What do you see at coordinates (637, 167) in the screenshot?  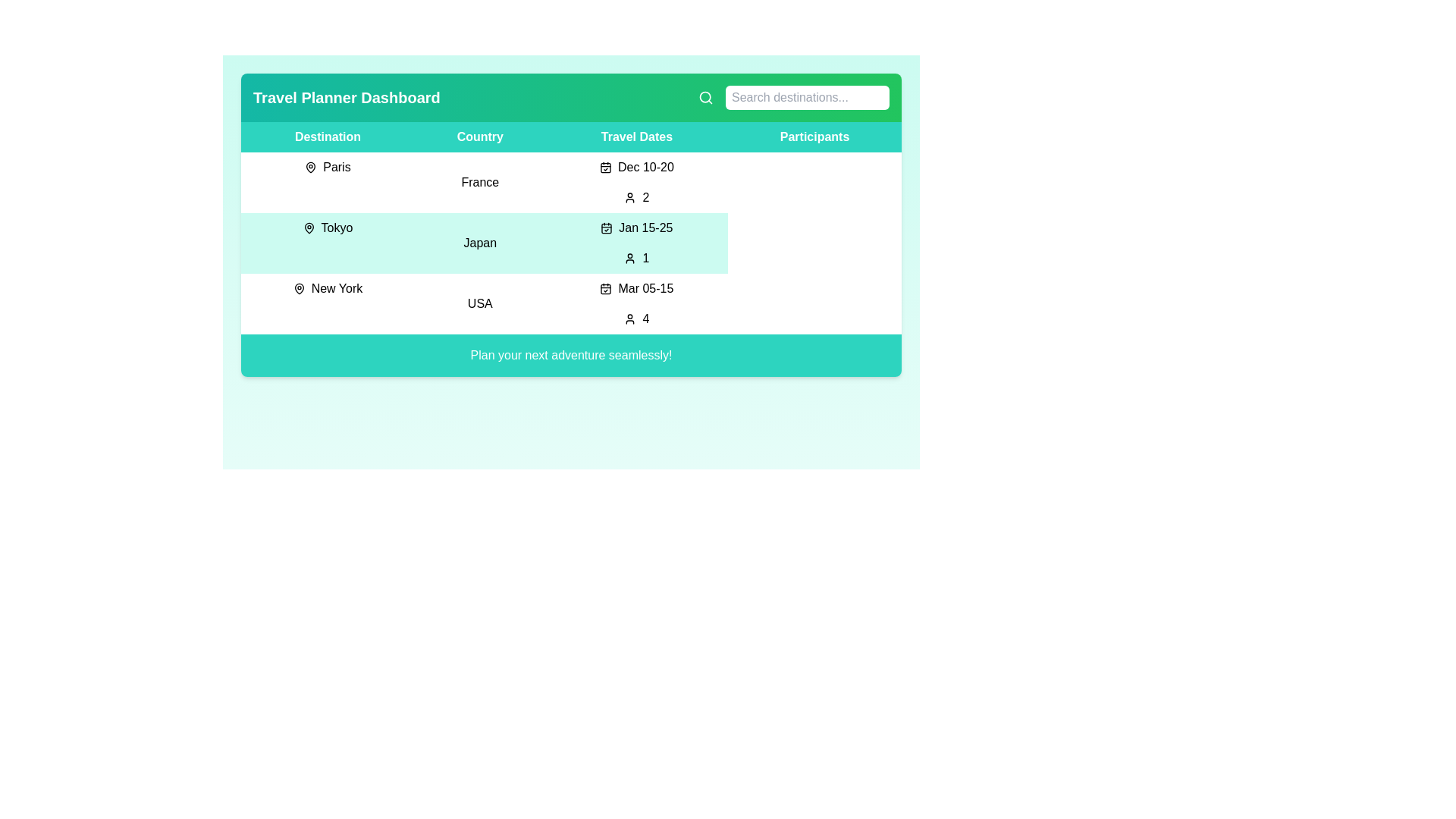 I see `date range text element styled as 'Dec 10-20' with a calendar icon in the 'Travel Dates' column of the table` at bounding box center [637, 167].